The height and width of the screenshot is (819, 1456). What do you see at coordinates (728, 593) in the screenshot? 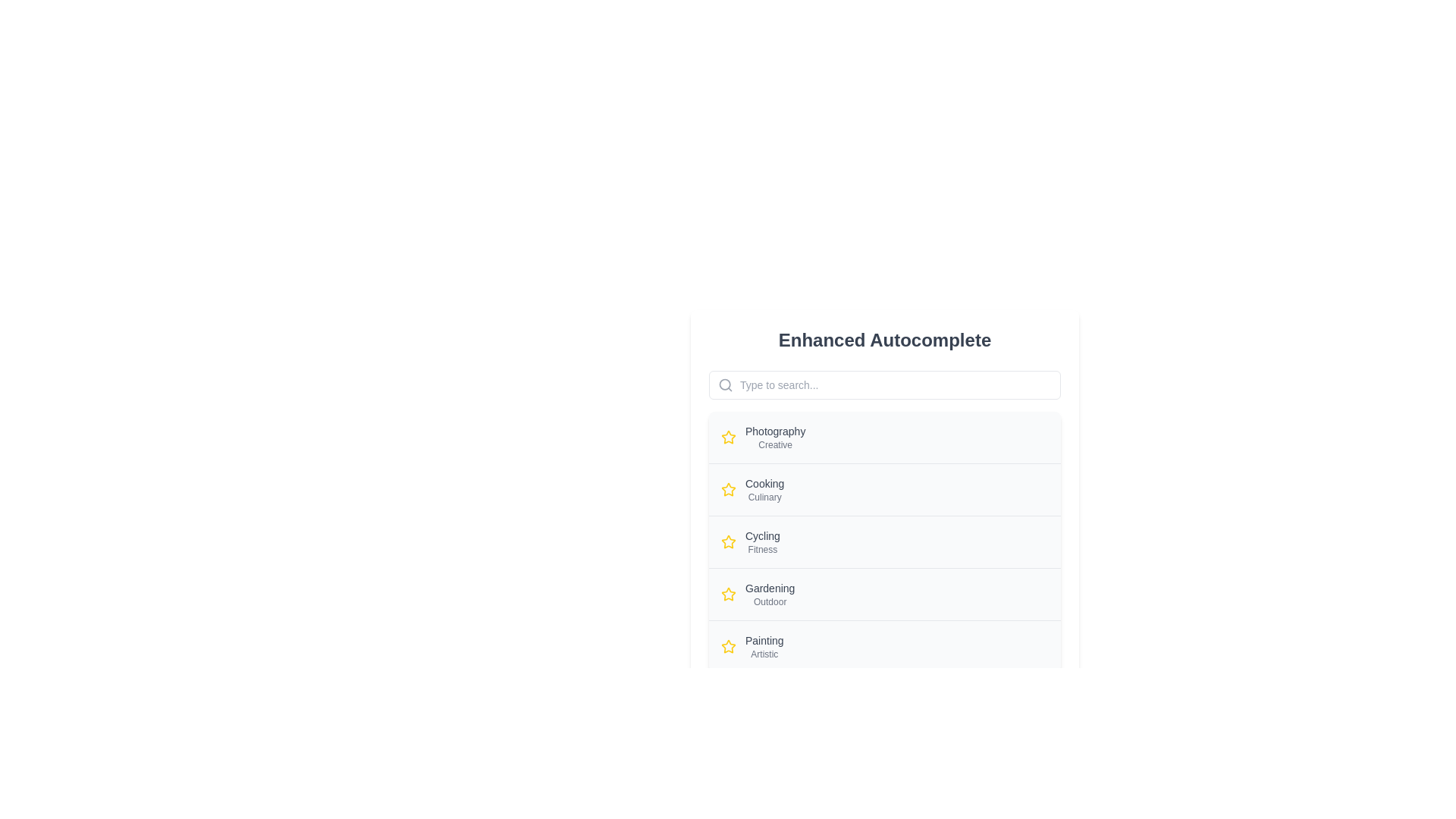
I see `the yellow star icon with a white fill that is styled with a stroke effect, which is visually aligned with the text 'Gardening' and 'Outdoor', located on the fourth row of a vertically stacked list` at bounding box center [728, 593].